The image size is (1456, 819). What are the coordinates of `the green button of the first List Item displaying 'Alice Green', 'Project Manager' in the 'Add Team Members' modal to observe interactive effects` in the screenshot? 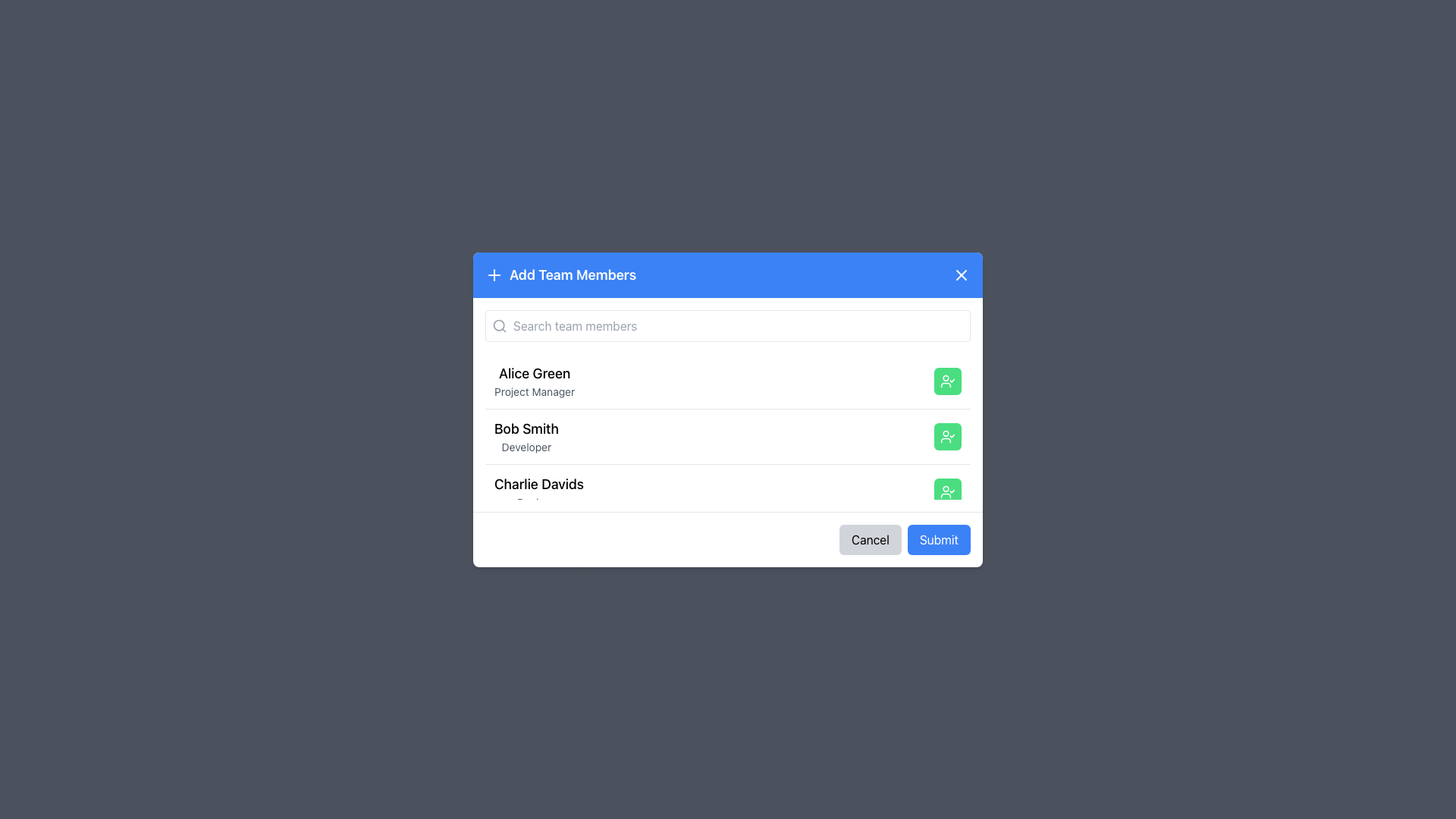 It's located at (728, 380).